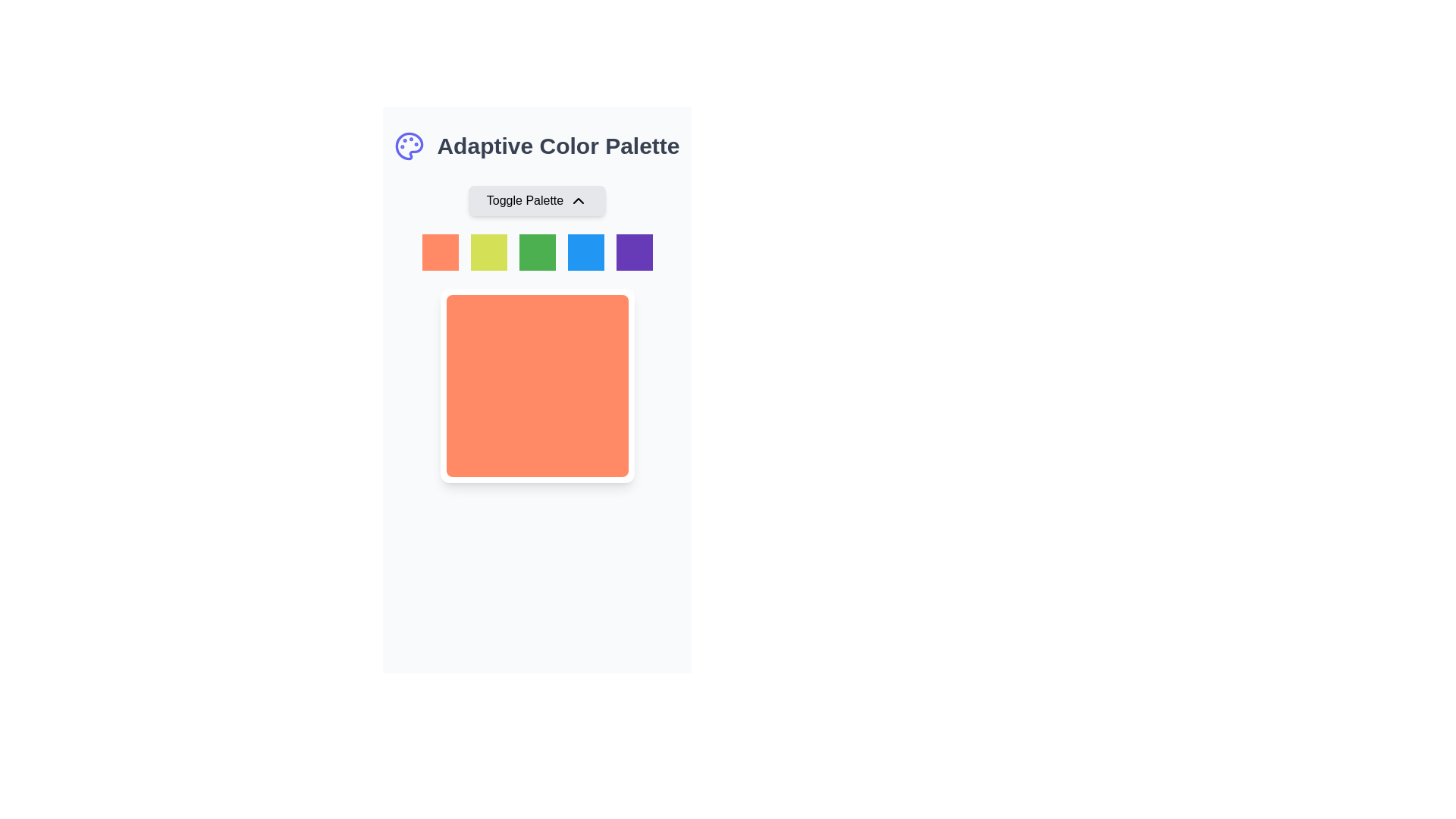 This screenshot has height=819, width=1456. I want to click on the header section containing the indigo palette icon and the 'Adaptive Color Palette' text label, so click(537, 146).